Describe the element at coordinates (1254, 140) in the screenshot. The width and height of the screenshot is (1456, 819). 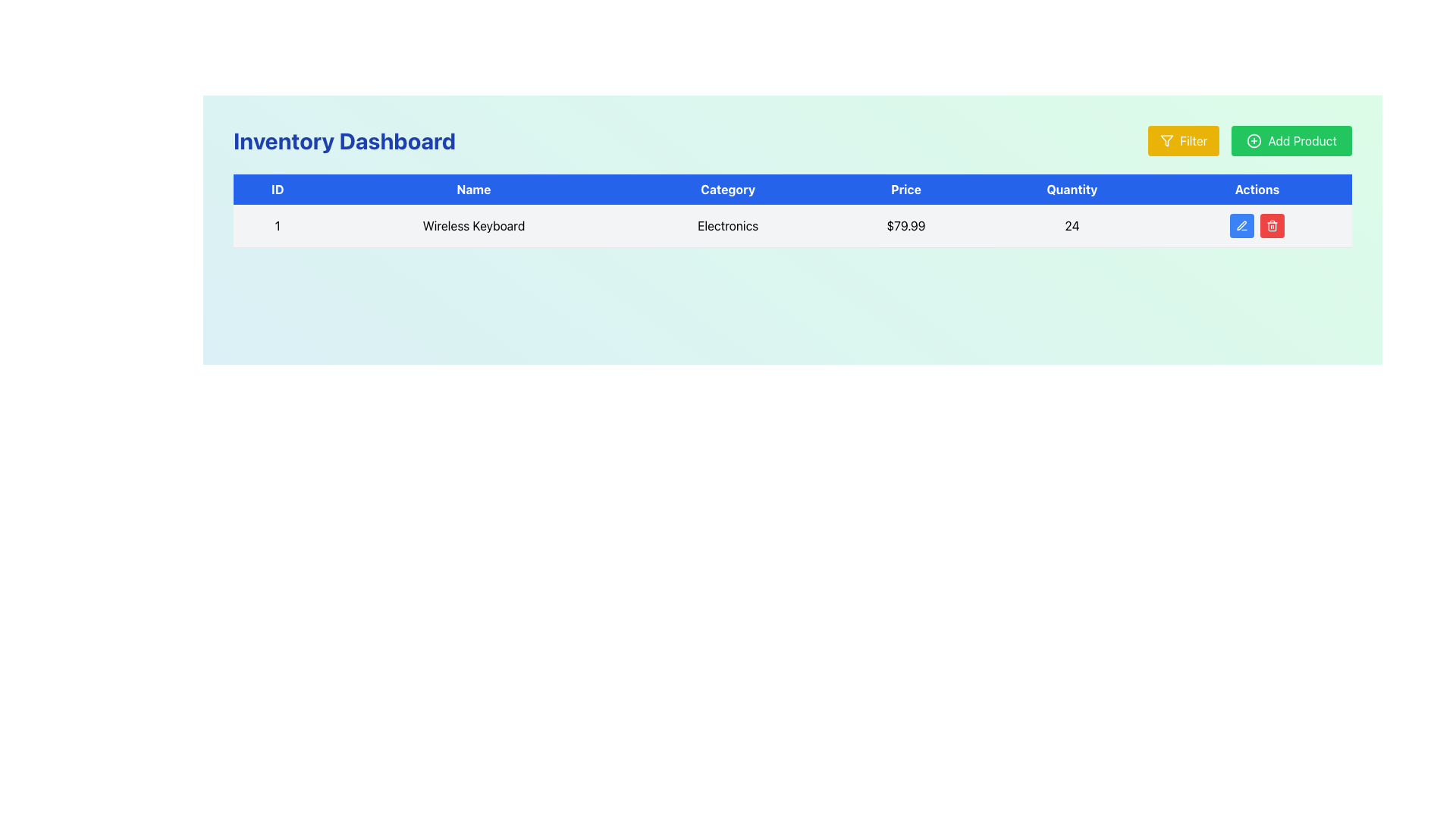
I see `the circular icon with a plus symbol in the center, which is located to the left of the 'Add Product' text within the green button` at that location.